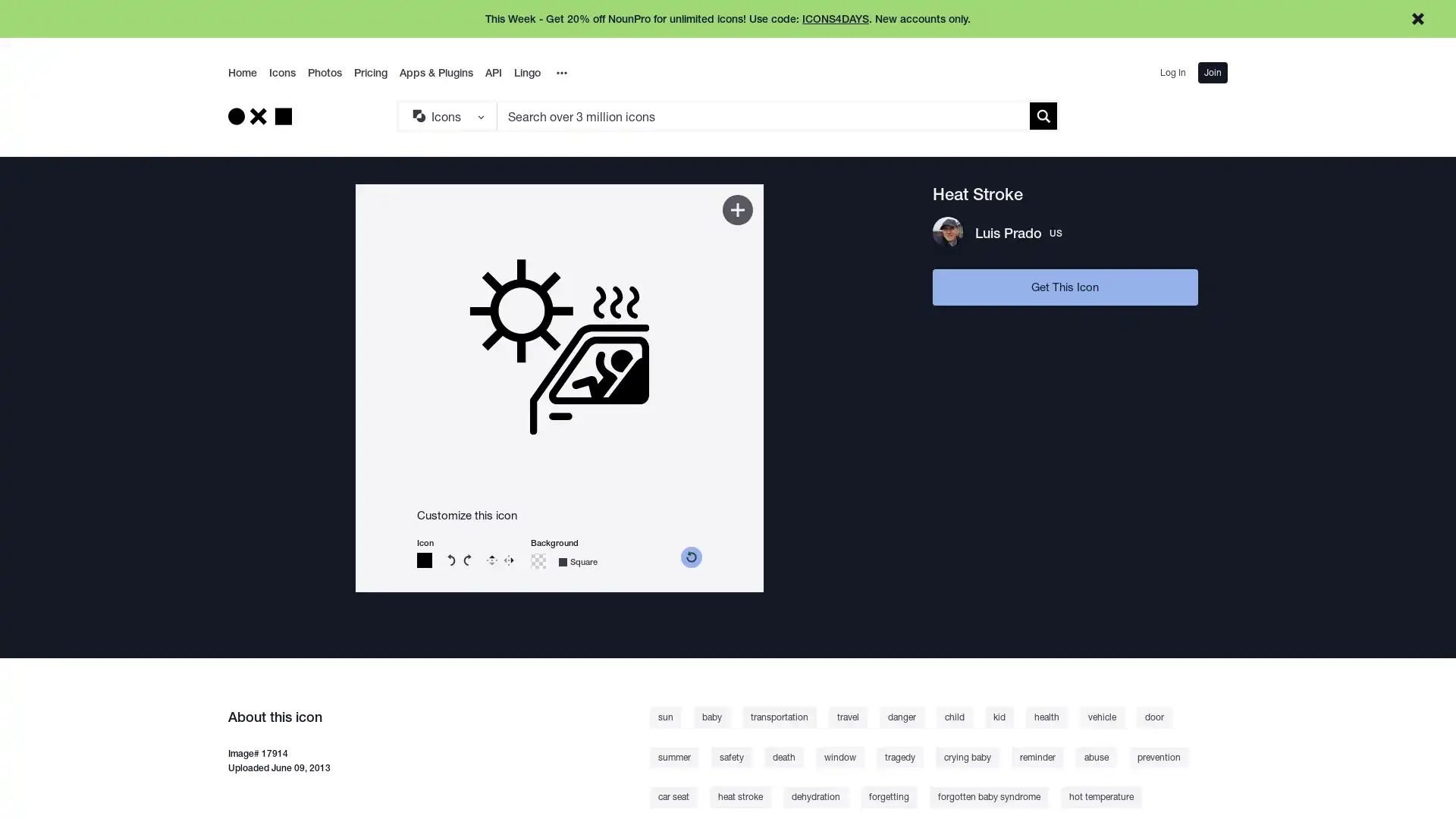  Describe the element at coordinates (1212, 73) in the screenshot. I see `Join` at that location.